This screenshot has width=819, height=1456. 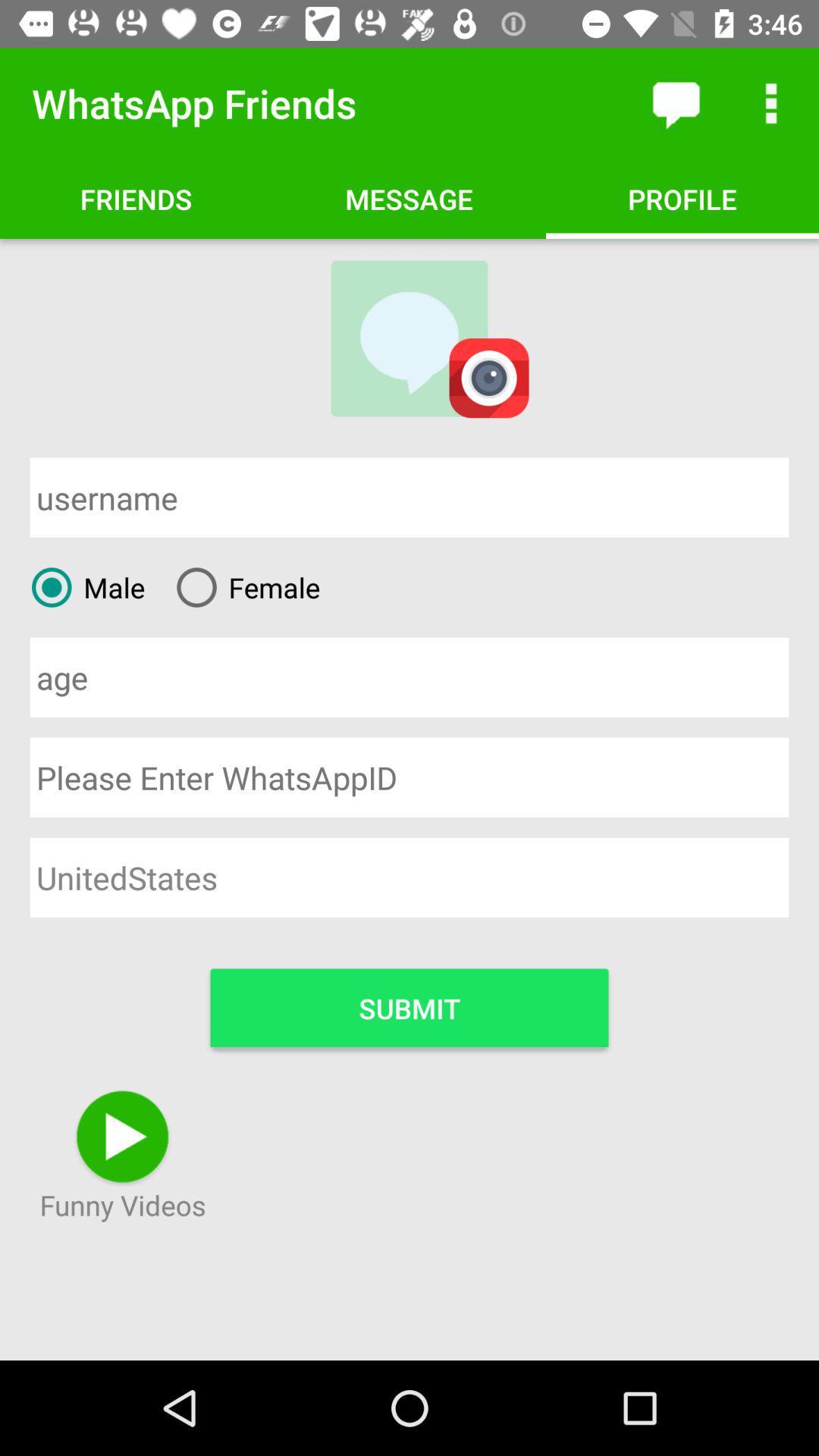 I want to click on icon above the submit, so click(x=409, y=877).